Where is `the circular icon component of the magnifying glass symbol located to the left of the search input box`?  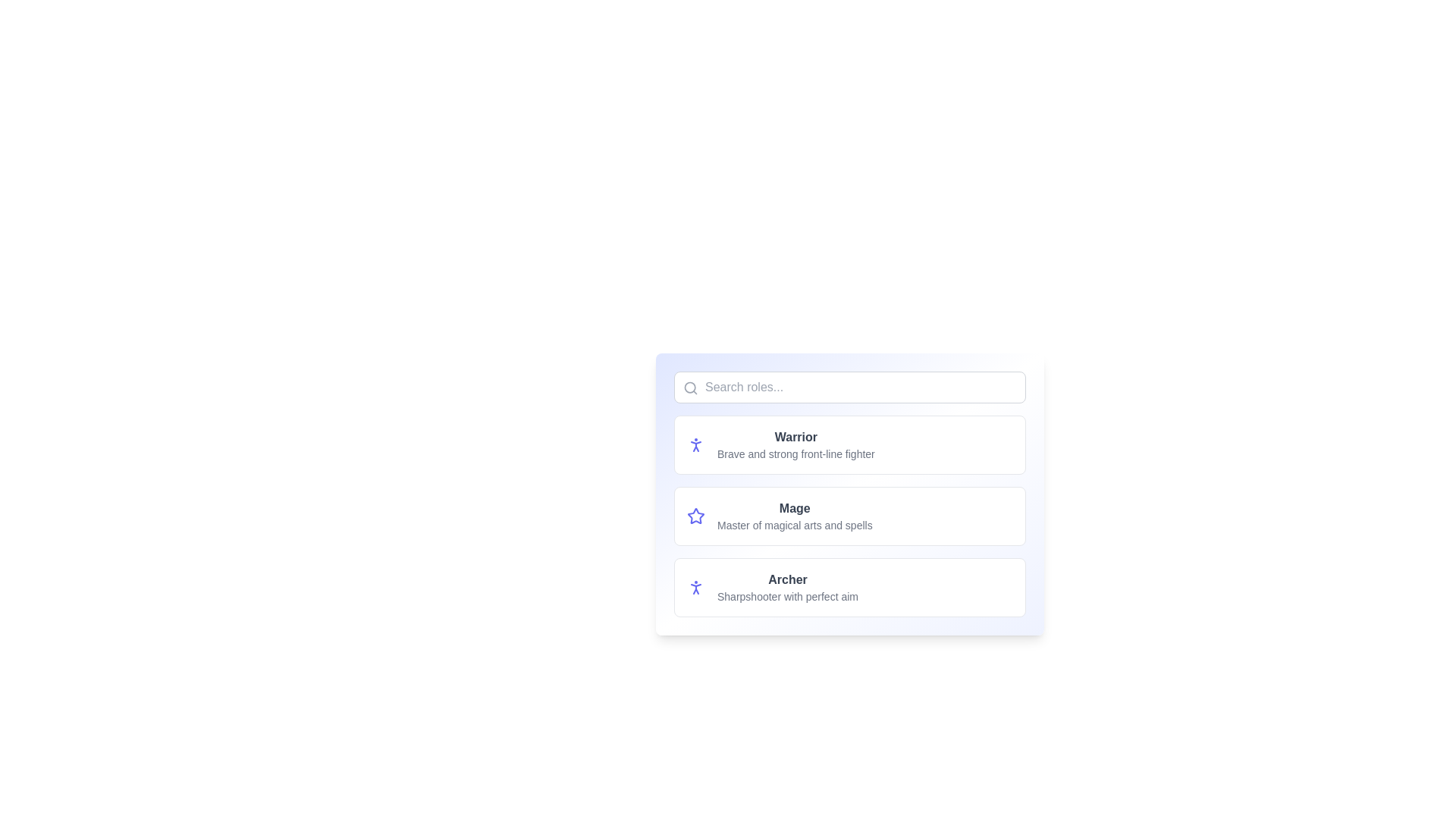
the circular icon component of the magnifying glass symbol located to the left of the search input box is located at coordinates (689, 387).